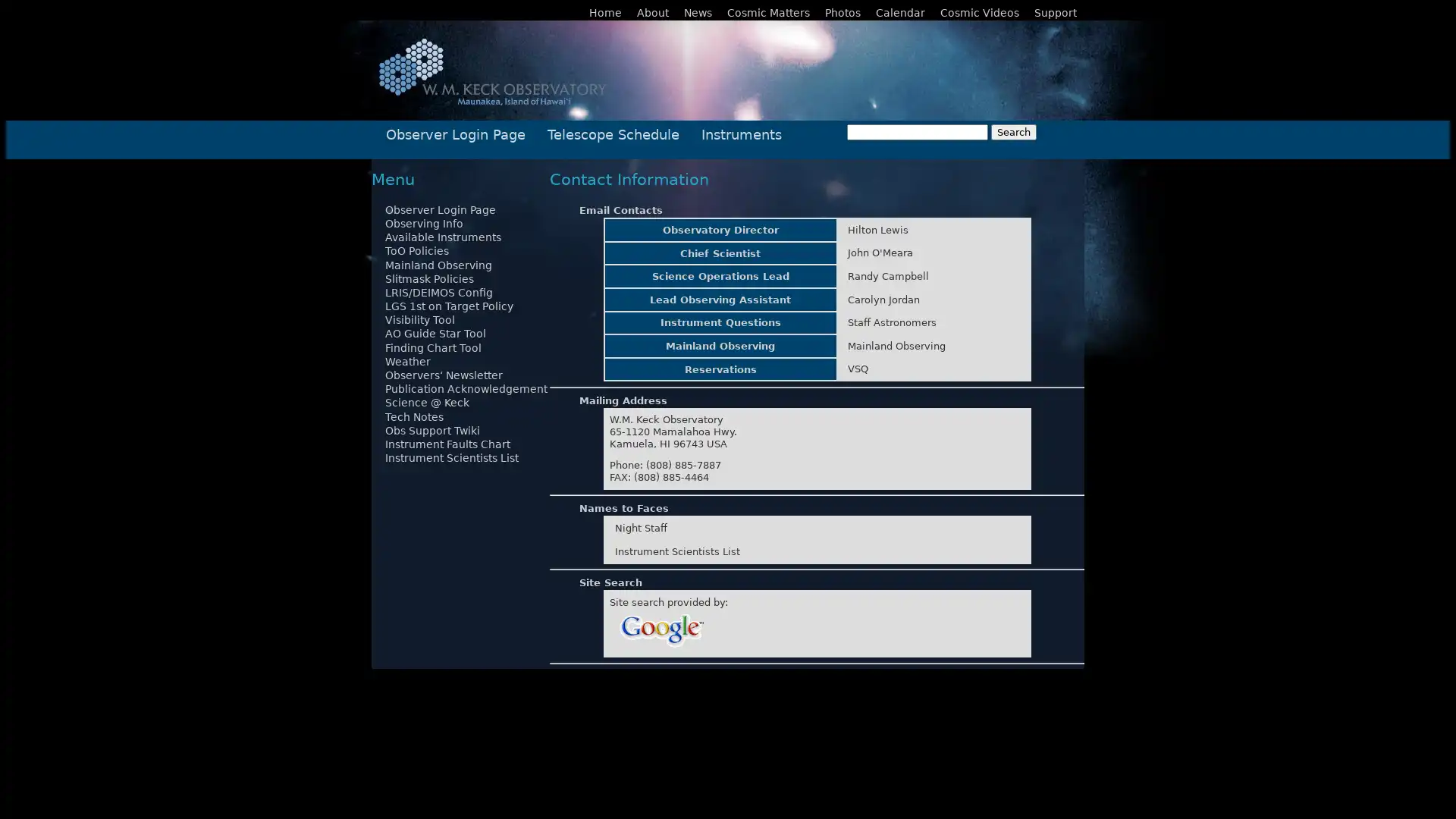 The image size is (1456, 819). I want to click on Search, so click(1012, 131).